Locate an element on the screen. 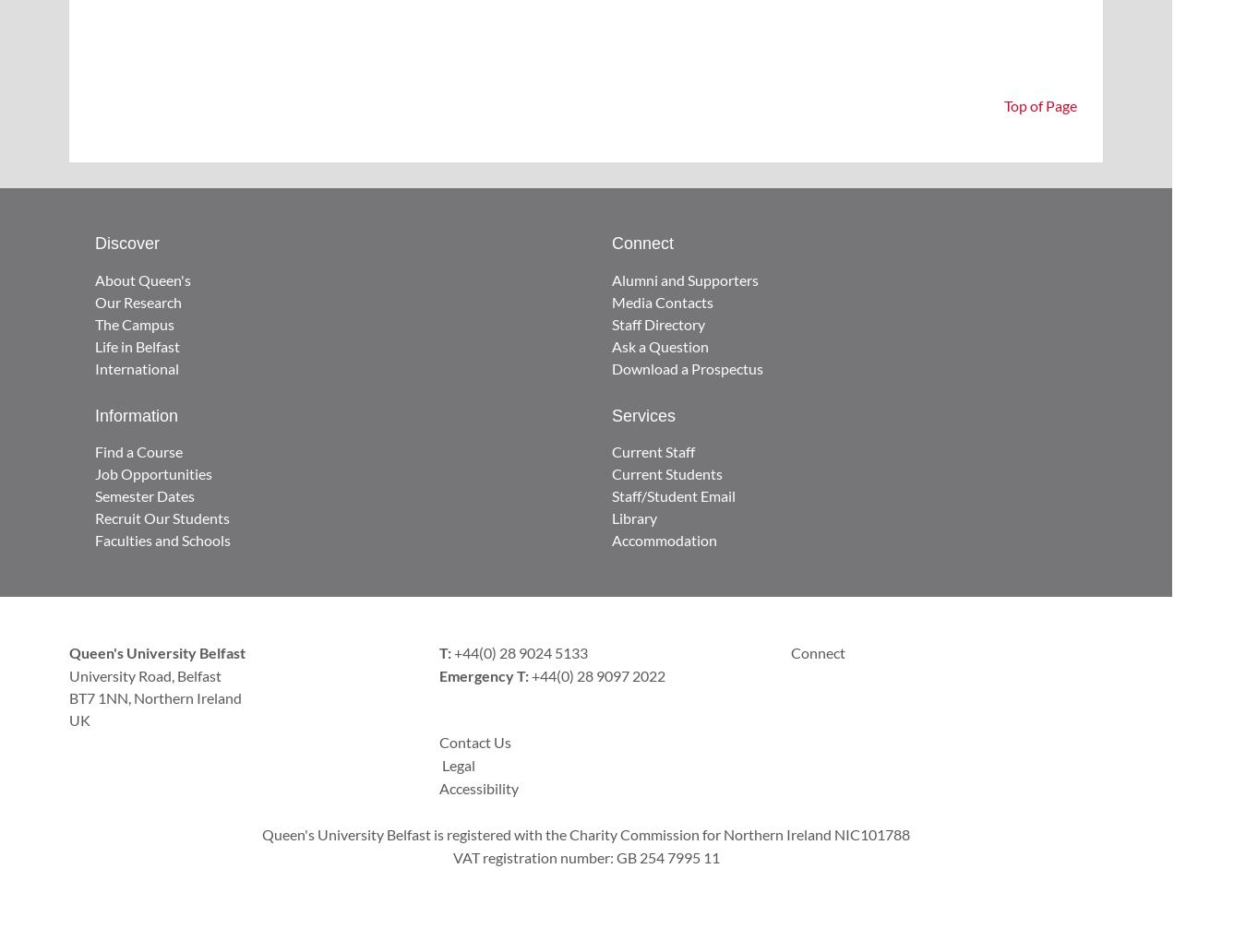 The width and height of the screenshot is (1246, 952). 'VAT registration number: GB 254 7995 11' is located at coordinates (451, 856).